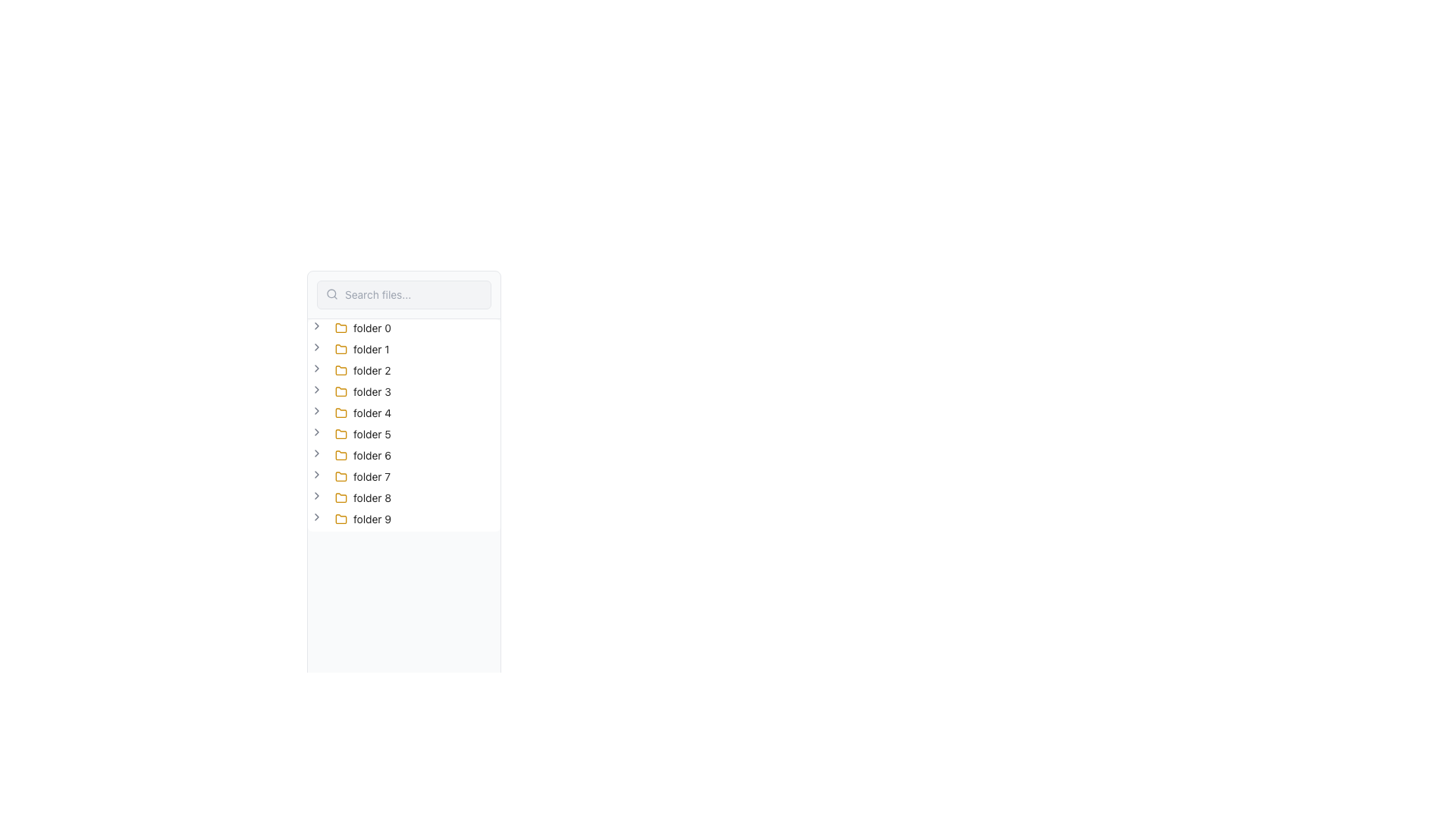 This screenshot has height=819, width=1456. Describe the element at coordinates (340, 519) in the screenshot. I see `the small yellow folder icon with a dark outline located in the left panel of the application, labeled 'folder 9'` at that location.